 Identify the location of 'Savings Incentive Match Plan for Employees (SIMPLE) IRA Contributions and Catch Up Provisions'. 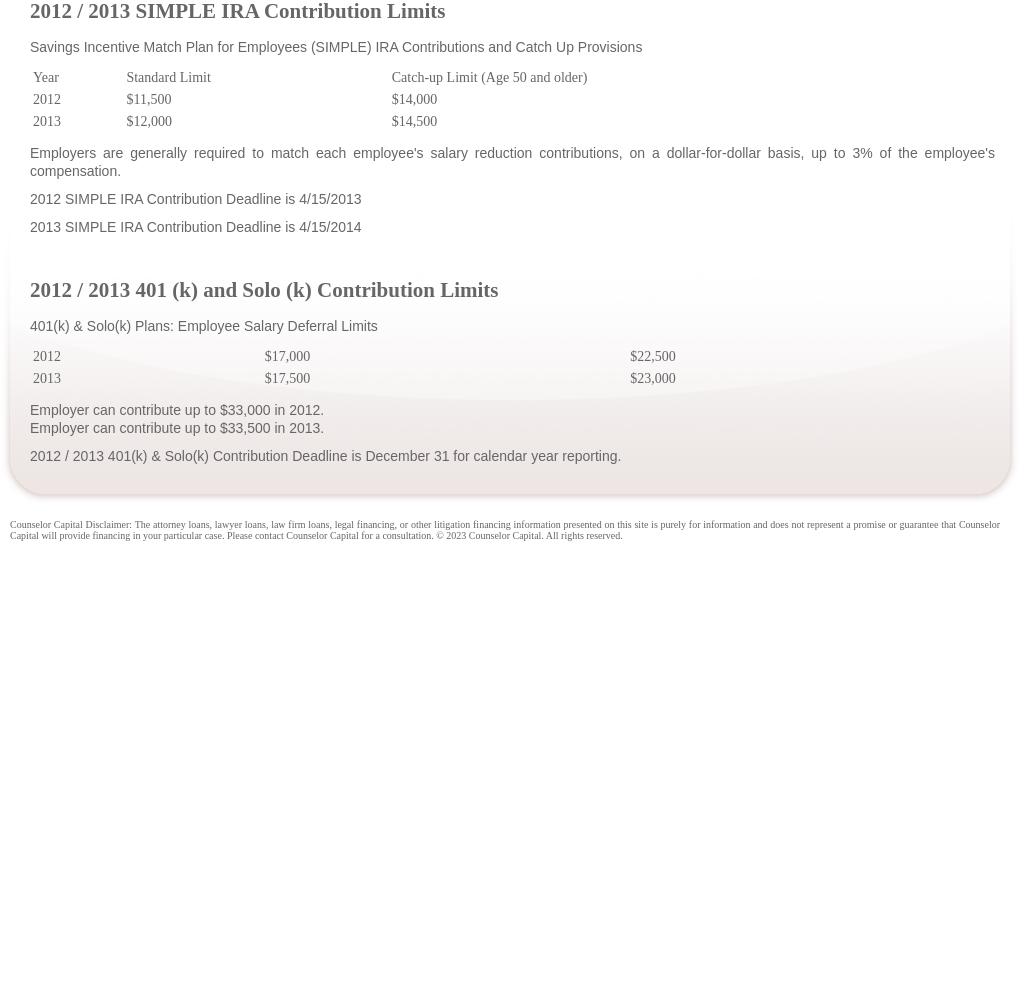
(334, 46).